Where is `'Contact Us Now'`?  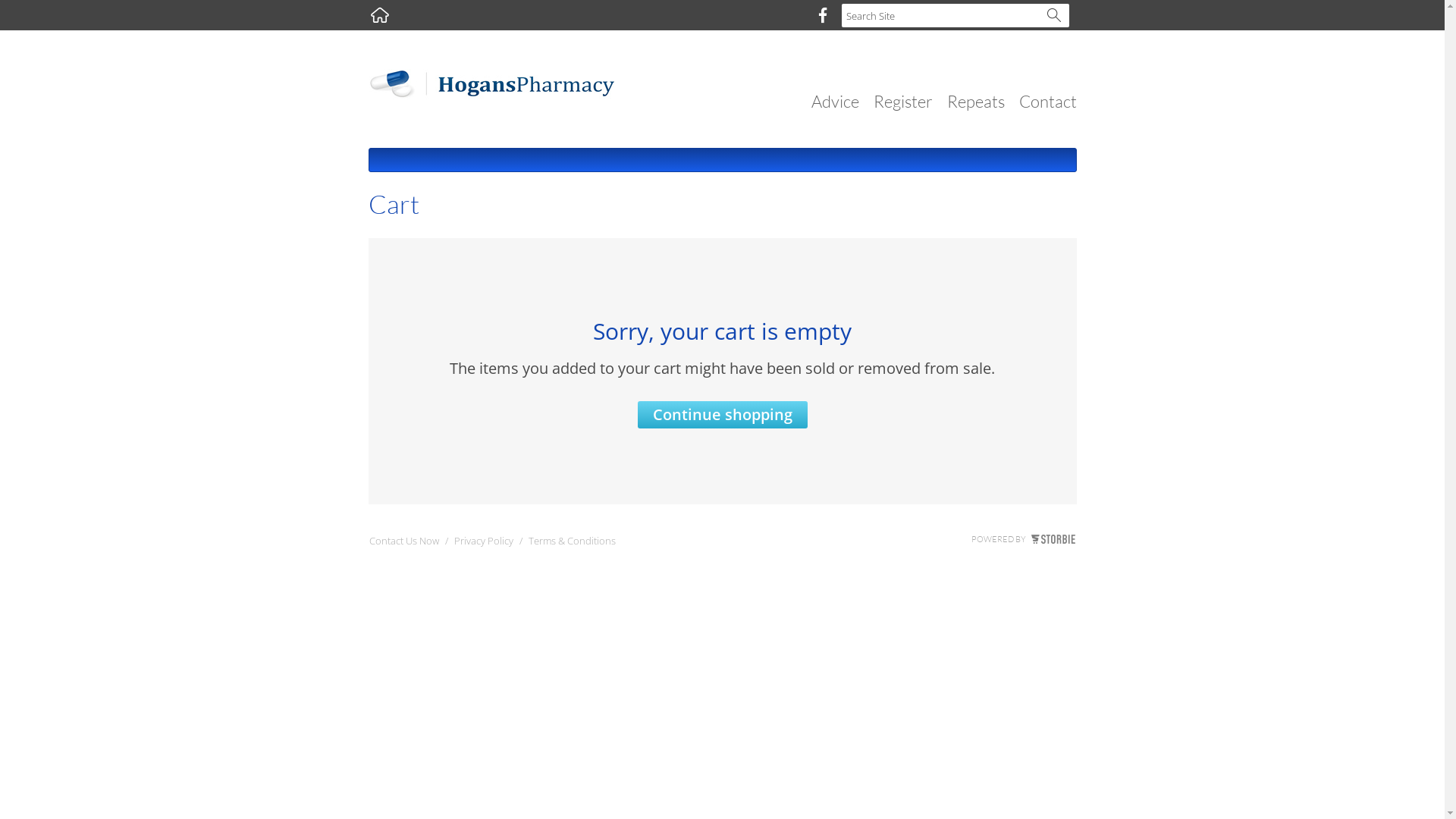 'Contact Us Now' is located at coordinates (403, 543).